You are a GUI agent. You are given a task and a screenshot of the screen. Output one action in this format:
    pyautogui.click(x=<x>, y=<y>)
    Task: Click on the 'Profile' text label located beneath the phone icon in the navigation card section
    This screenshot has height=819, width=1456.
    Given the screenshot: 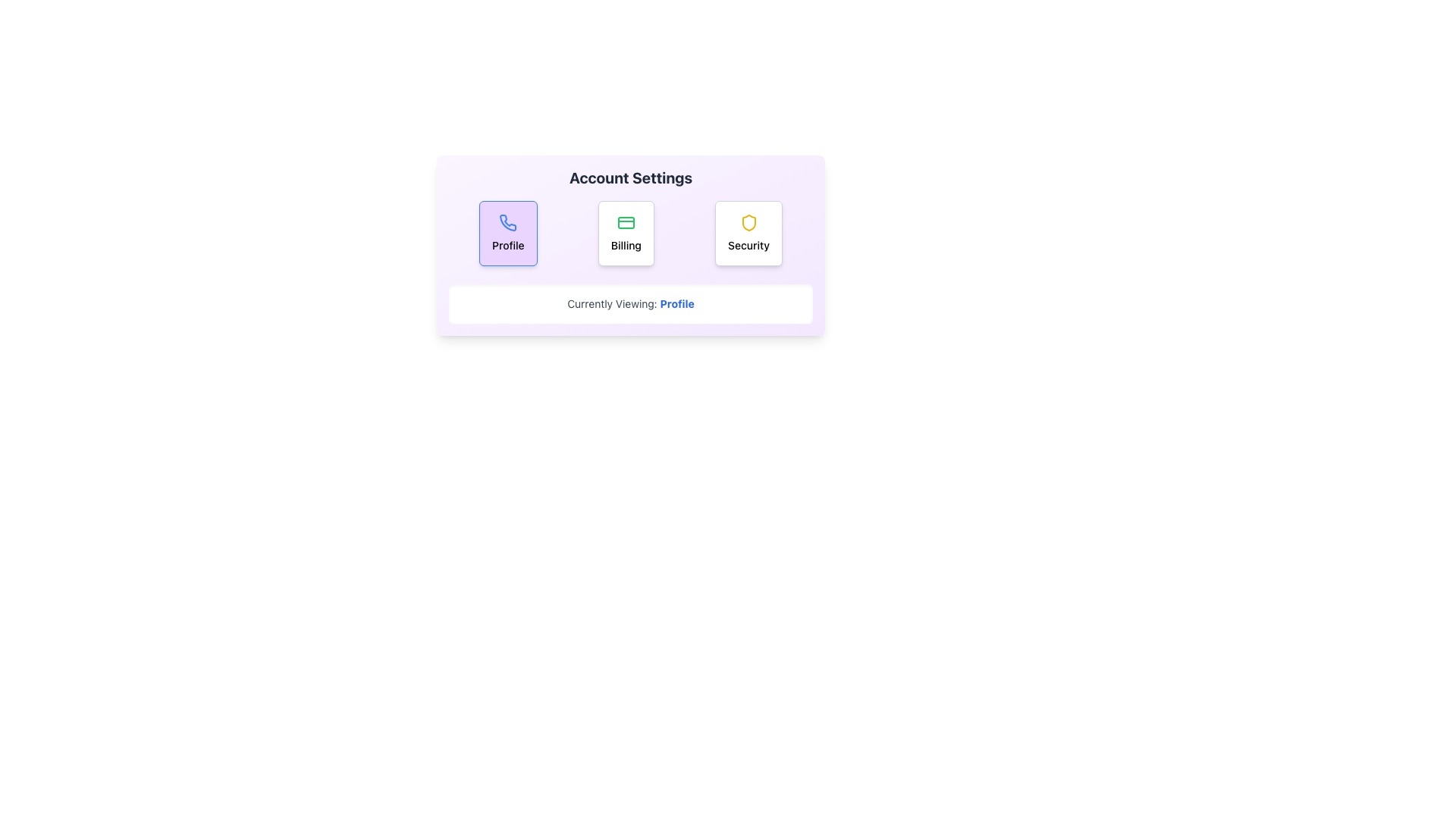 What is the action you would take?
    pyautogui.click(x=508, y=245)
    